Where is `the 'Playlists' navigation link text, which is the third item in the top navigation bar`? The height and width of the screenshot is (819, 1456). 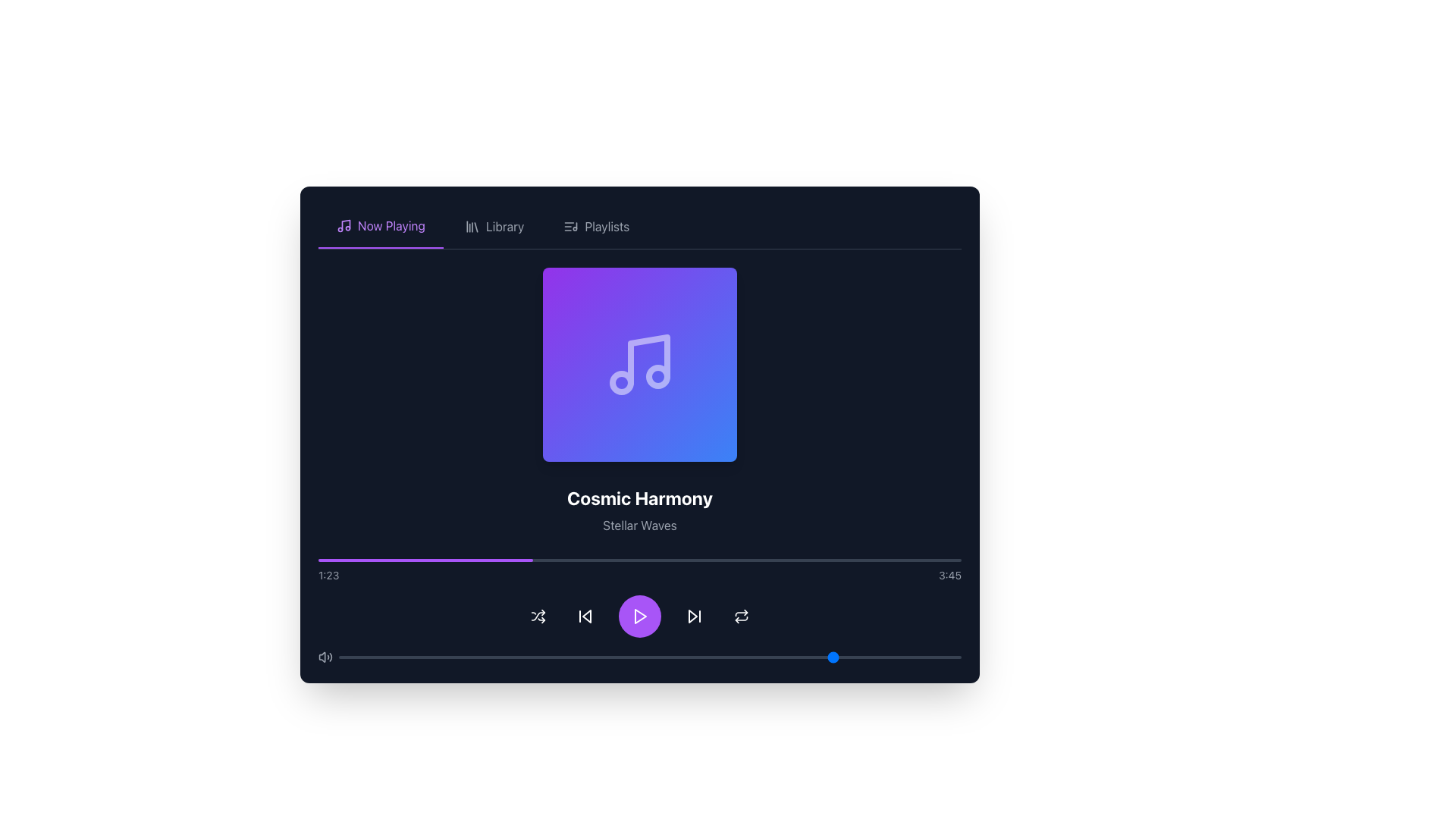 the 'Playlists' navigation link text, which is the third item in the top navigation bar is located at coordinates (607, 227).